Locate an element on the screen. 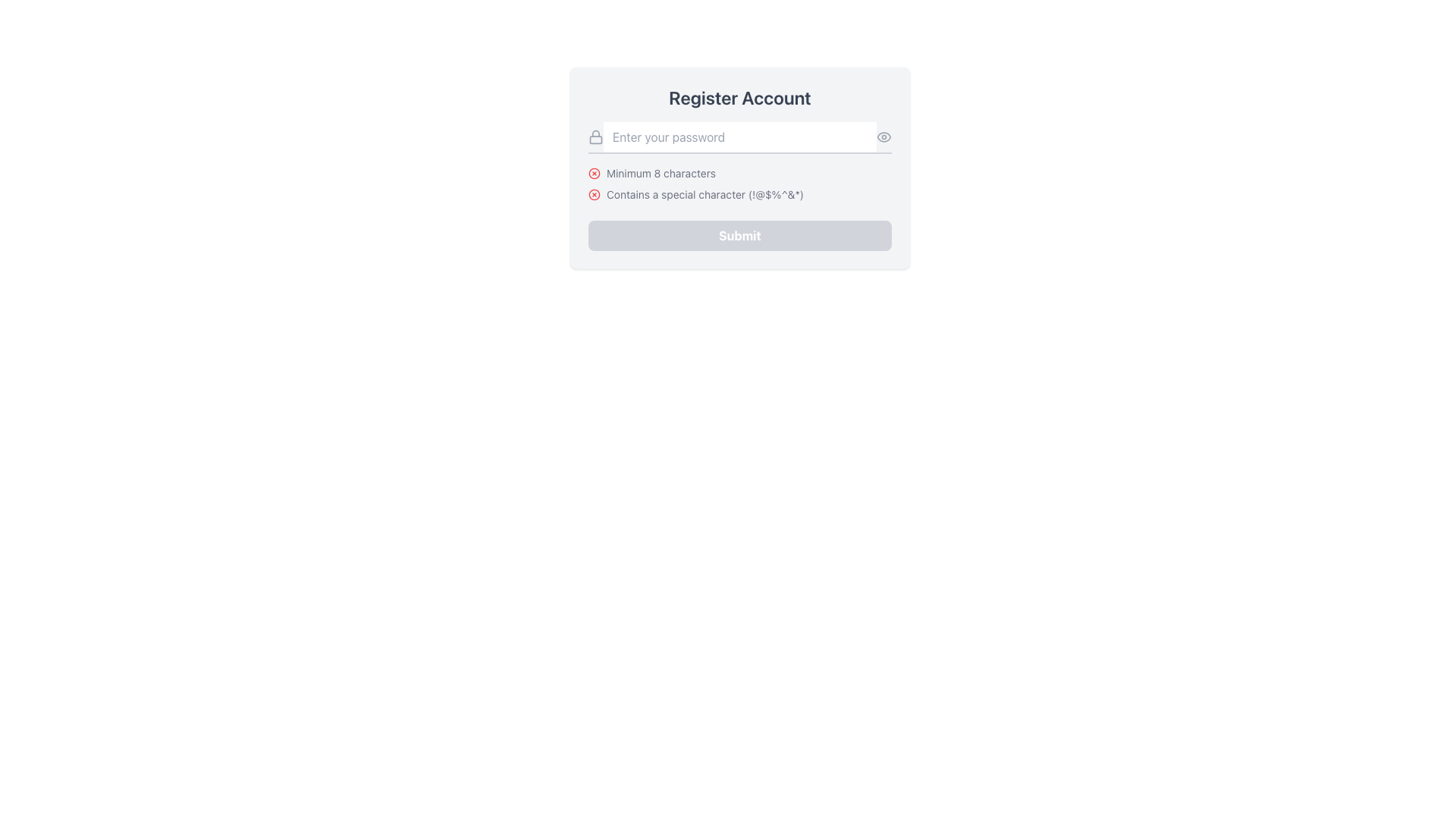 This screenshot has width=1456, height=819. the second description in the 'Register Account' section that indicates the requirement for including a special character in the password, located beneath 'Minimum 8 characters' is located at coordinates (739, 194).